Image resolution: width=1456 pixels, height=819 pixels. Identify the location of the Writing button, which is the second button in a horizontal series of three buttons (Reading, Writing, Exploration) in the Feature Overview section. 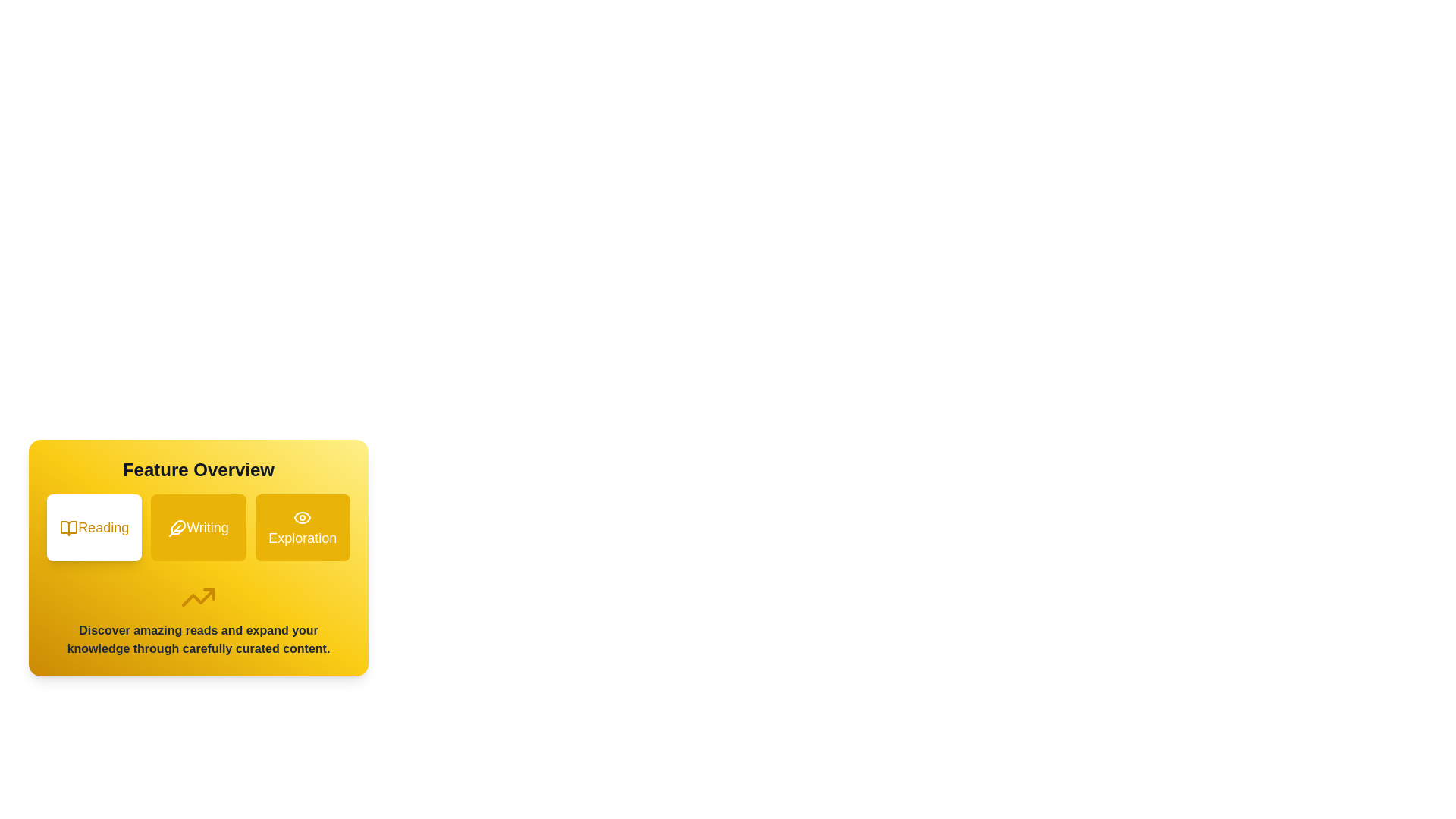
(198, 526).